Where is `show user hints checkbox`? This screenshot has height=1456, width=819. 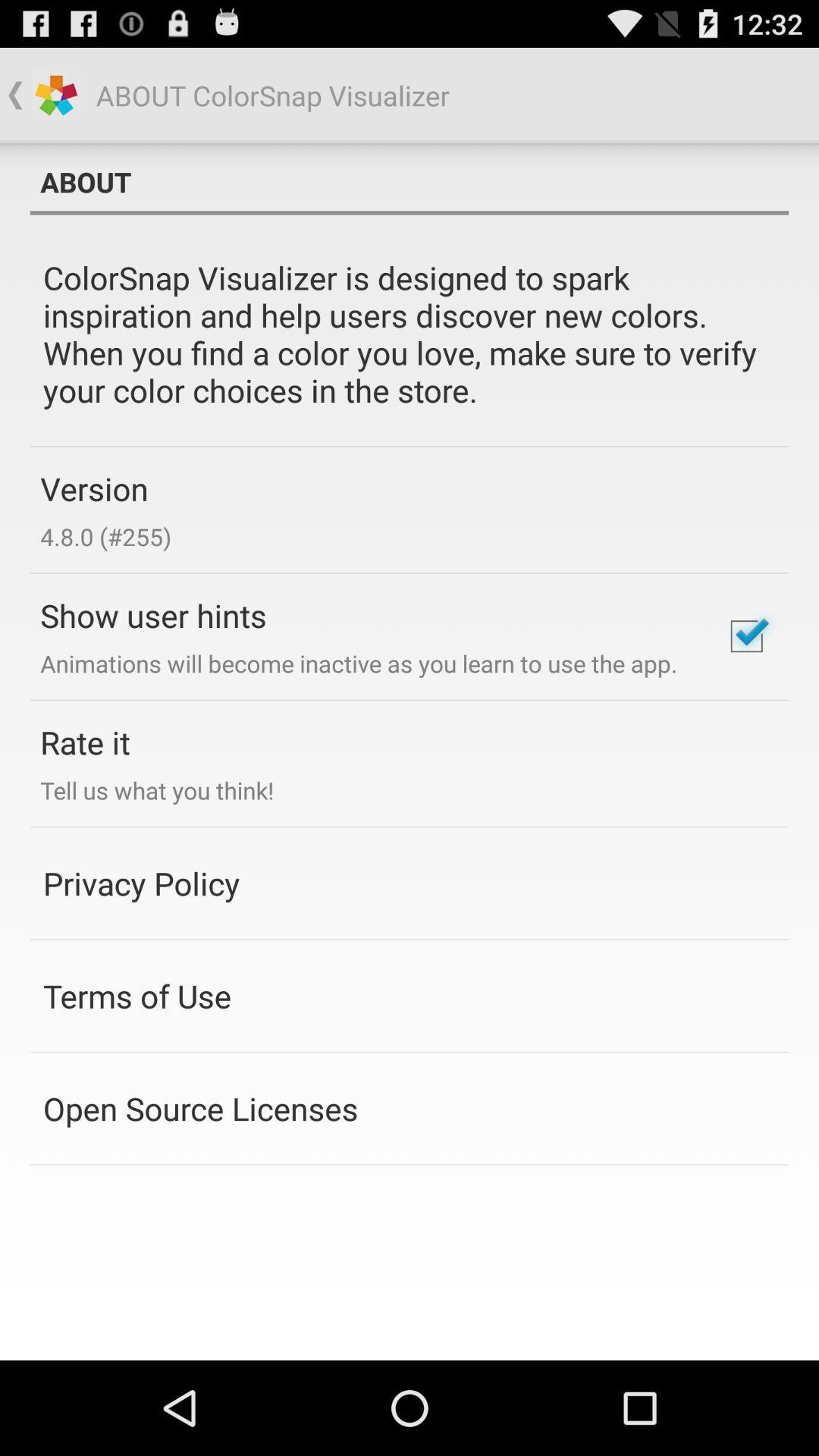 show user hints checkbox is located at coordinates (745, 636).